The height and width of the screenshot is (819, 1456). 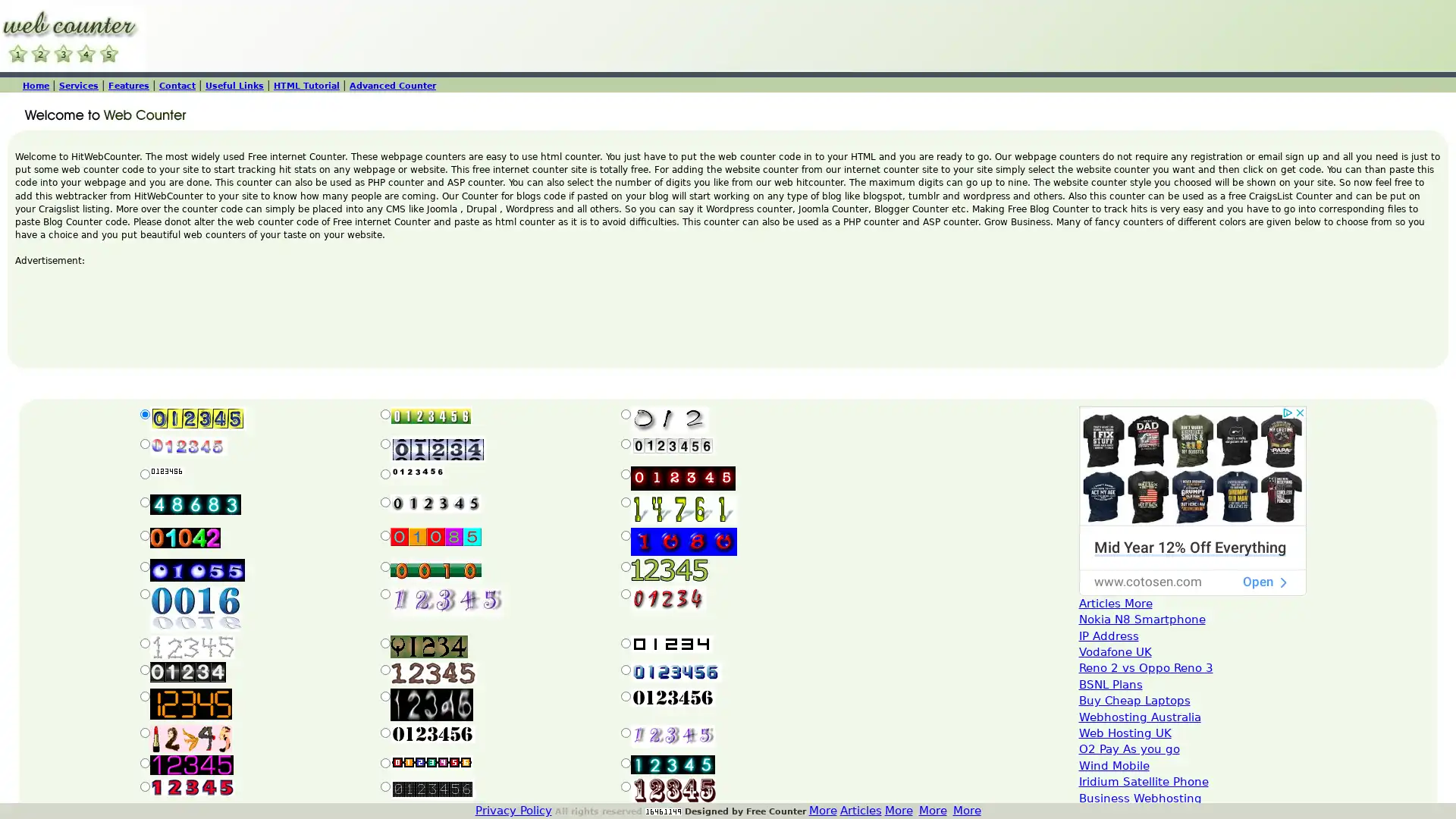 I want to click on Submit, so click(x=191, y=765).